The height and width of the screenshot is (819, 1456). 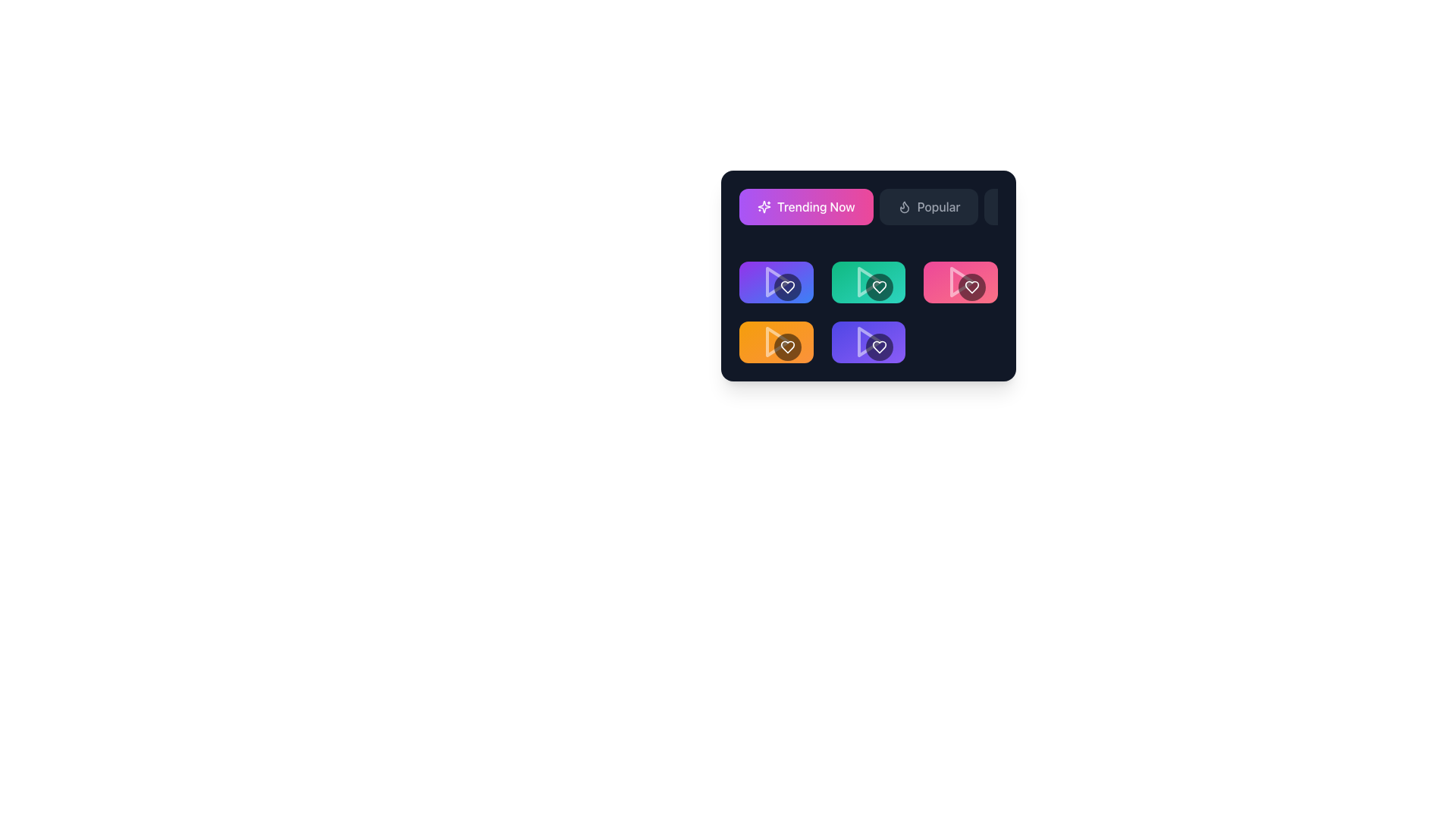 What do you see at coordinates (868, 342) in the screenshot?
I see `the interactive media card with a colorful gradient background and play button icon within the grid` at bounding box center [868, 342].